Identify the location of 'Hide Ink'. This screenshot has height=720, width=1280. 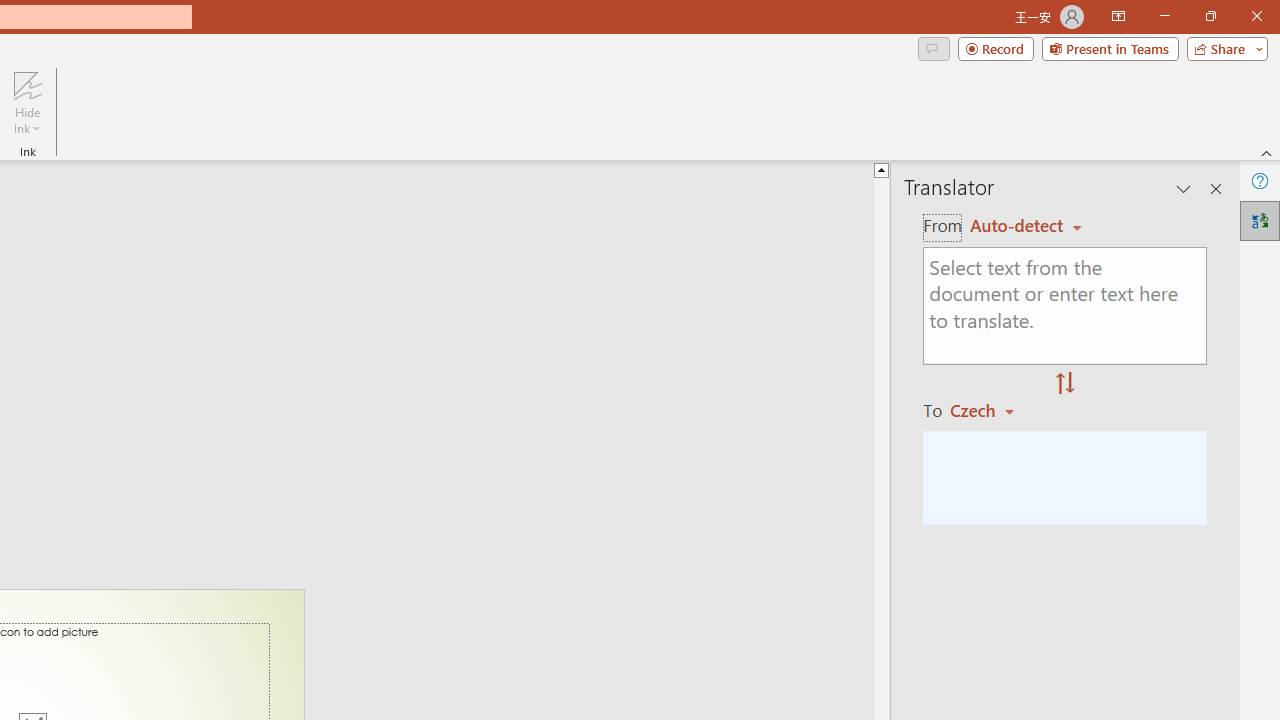
(27, 84).